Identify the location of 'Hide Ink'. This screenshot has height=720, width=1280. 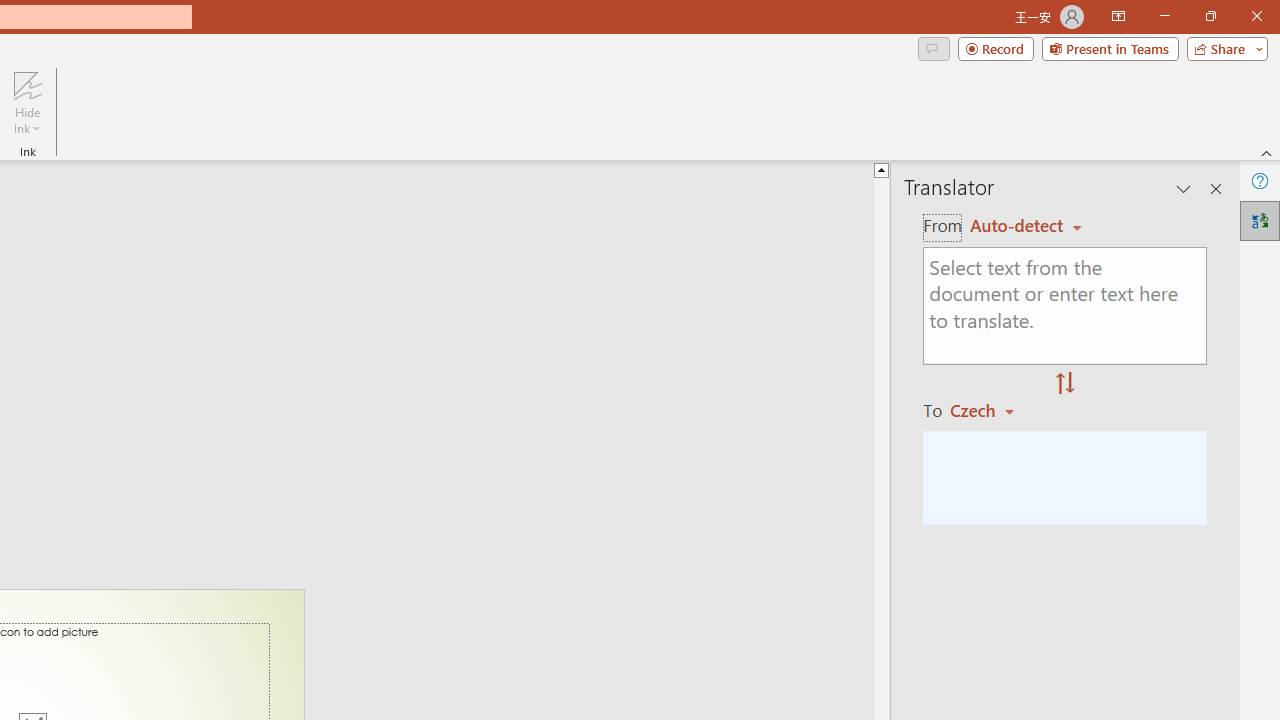
(27, 84).